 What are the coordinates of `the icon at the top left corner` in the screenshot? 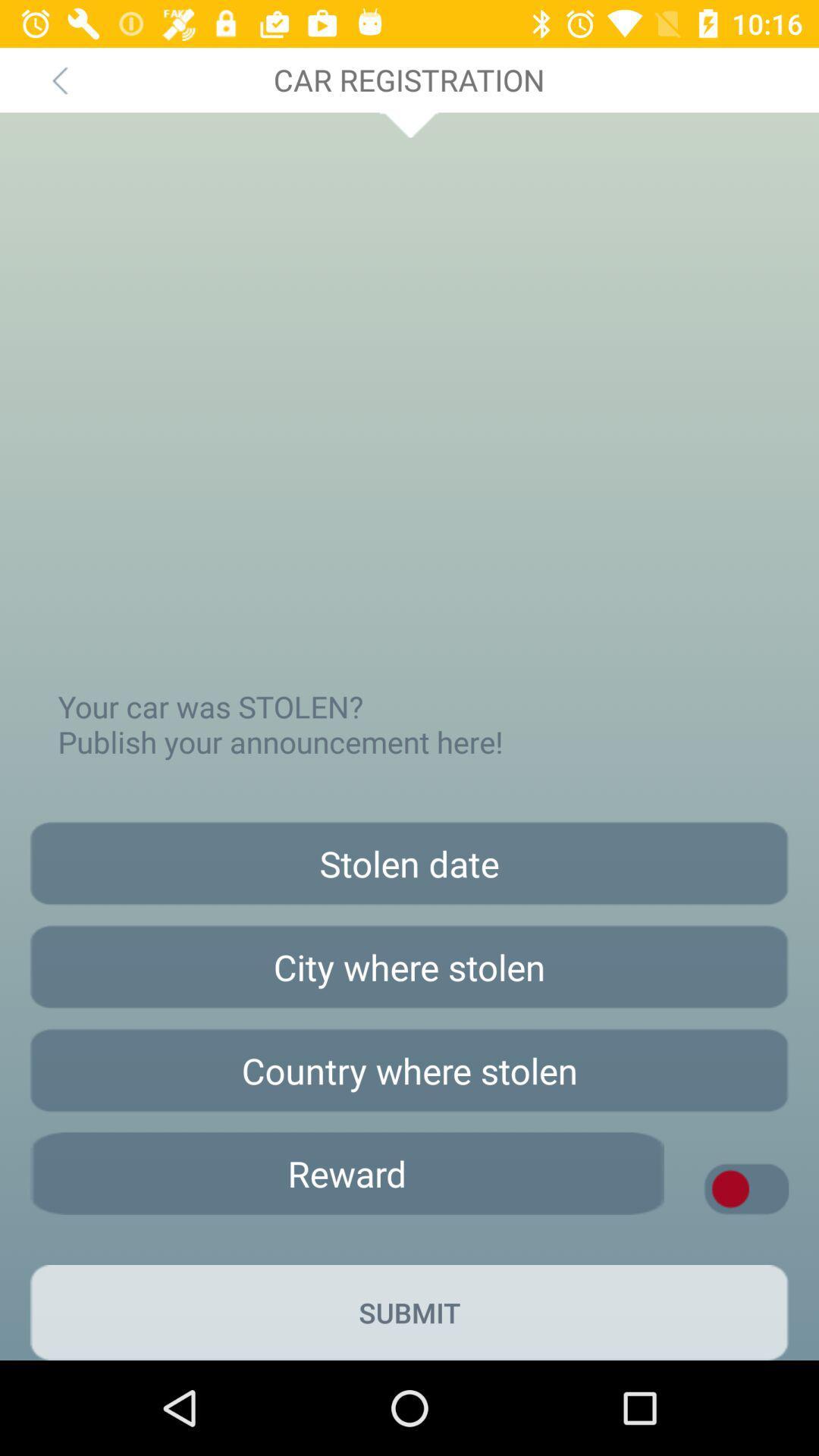 It's located at (58, 79).